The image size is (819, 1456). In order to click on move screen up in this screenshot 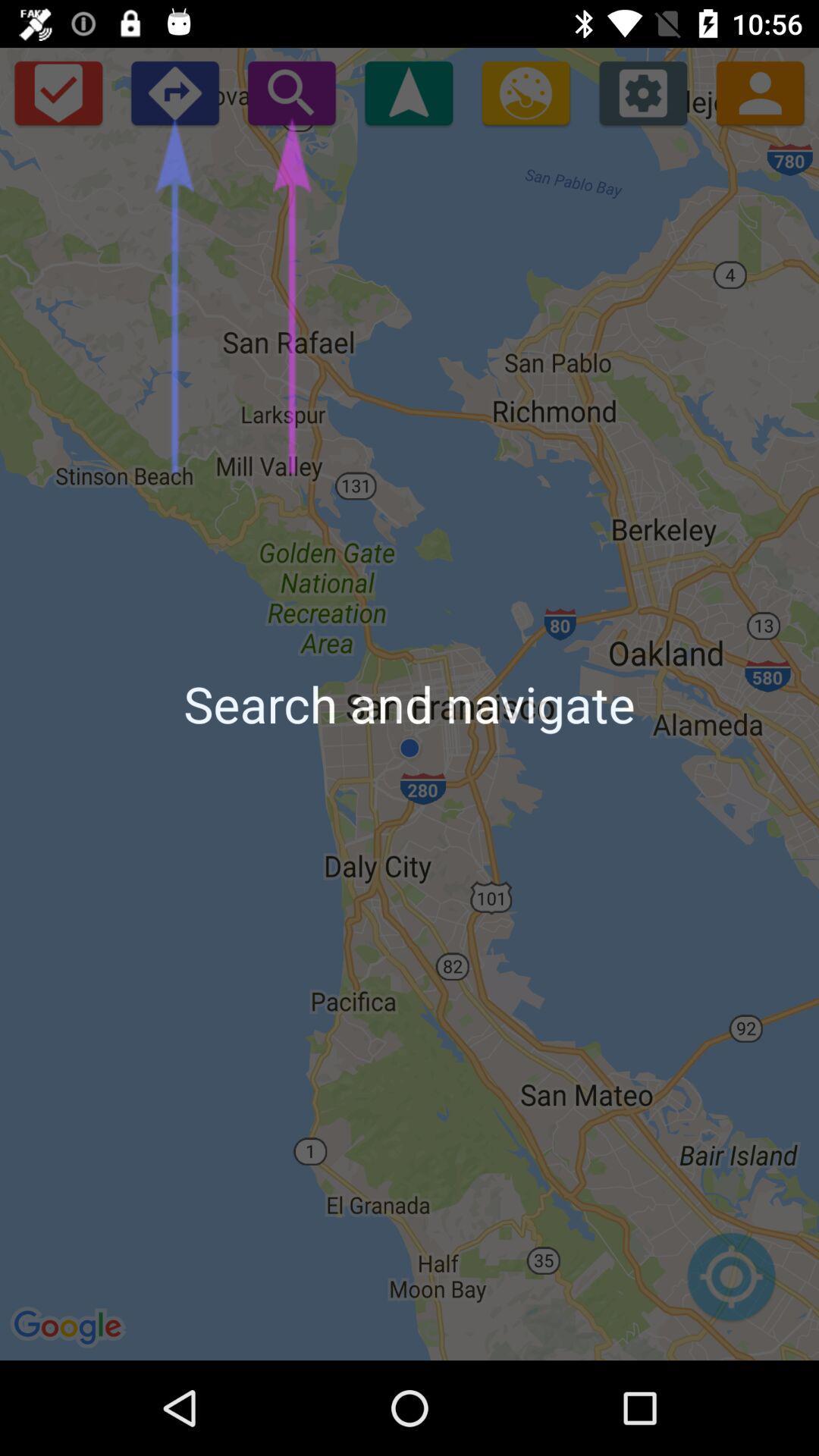, I will do `click(408, 92)`.